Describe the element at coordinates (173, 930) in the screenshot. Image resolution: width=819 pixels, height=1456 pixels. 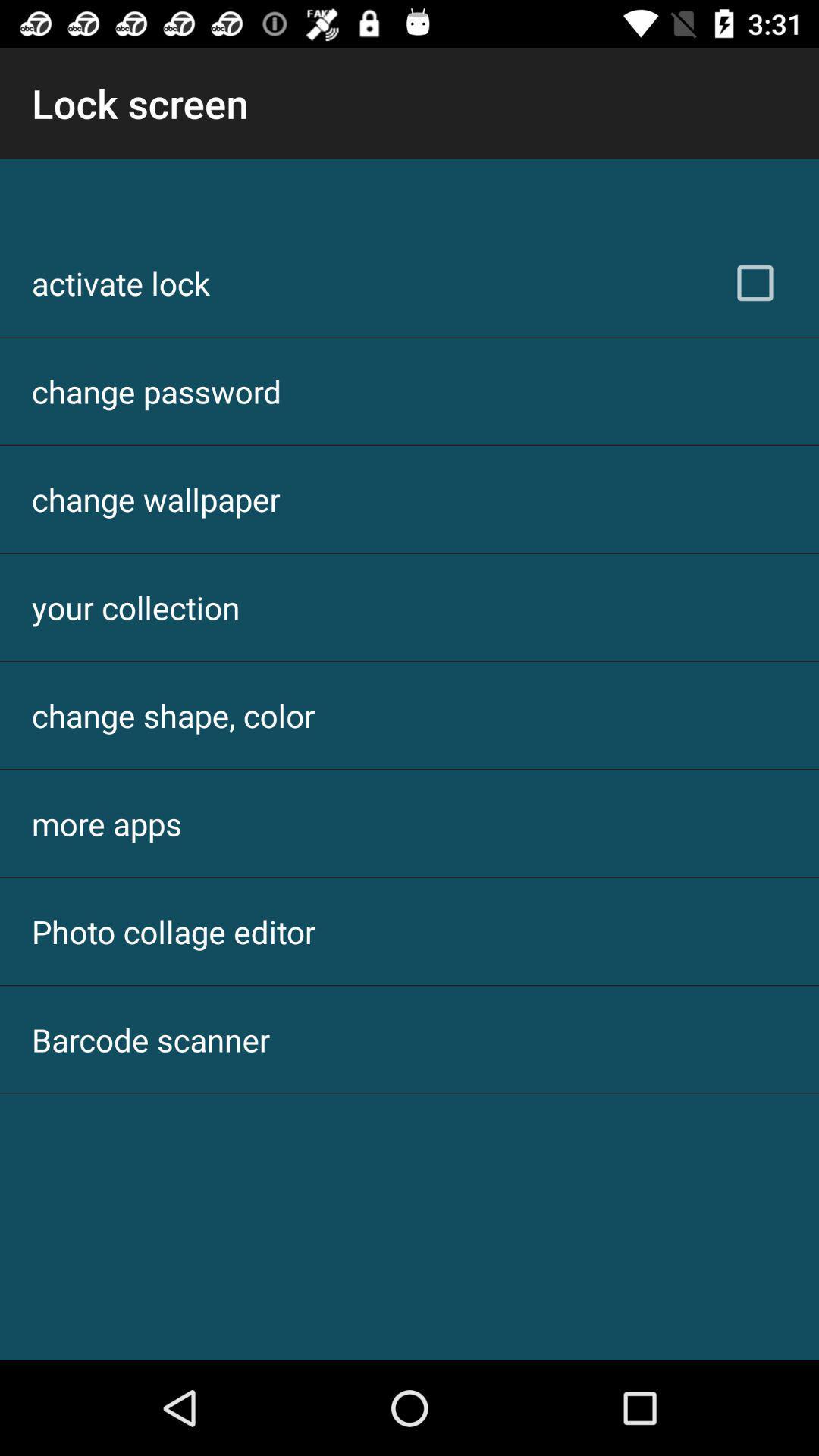
I see `photo collage editor item` at that location.